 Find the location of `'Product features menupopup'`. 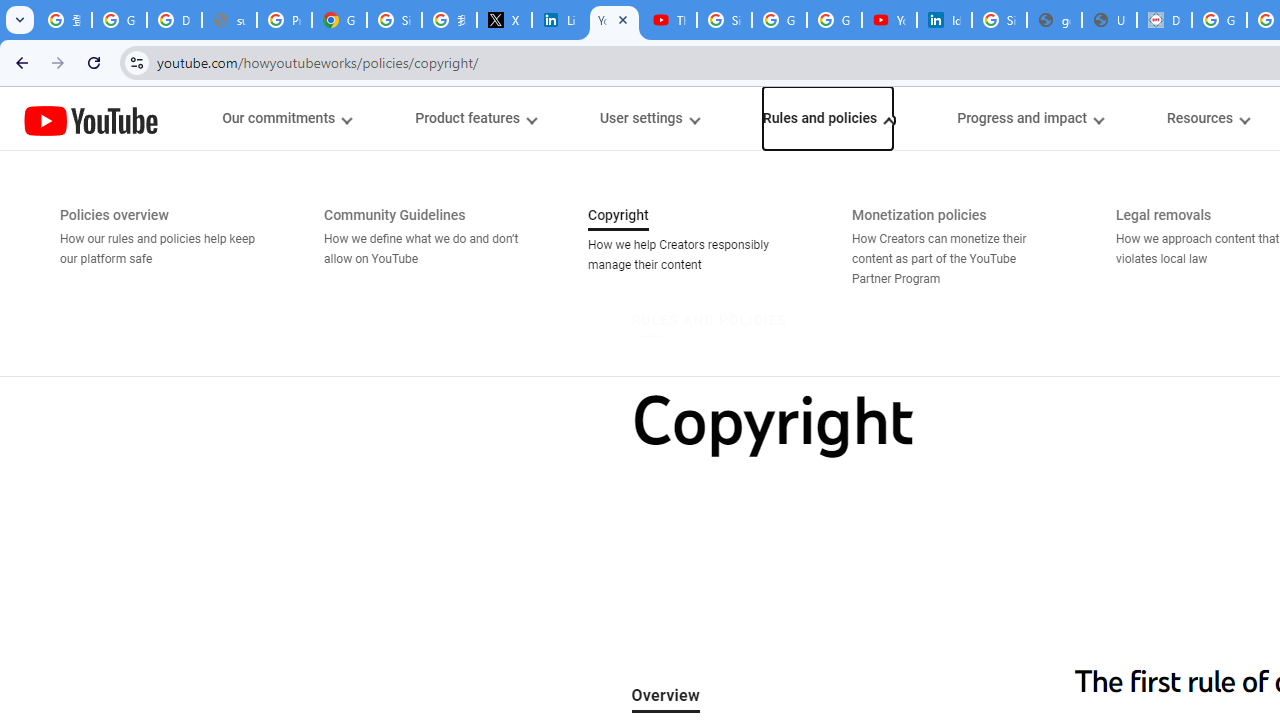

'Product features menupopup' is located at coordinates (474, 118).